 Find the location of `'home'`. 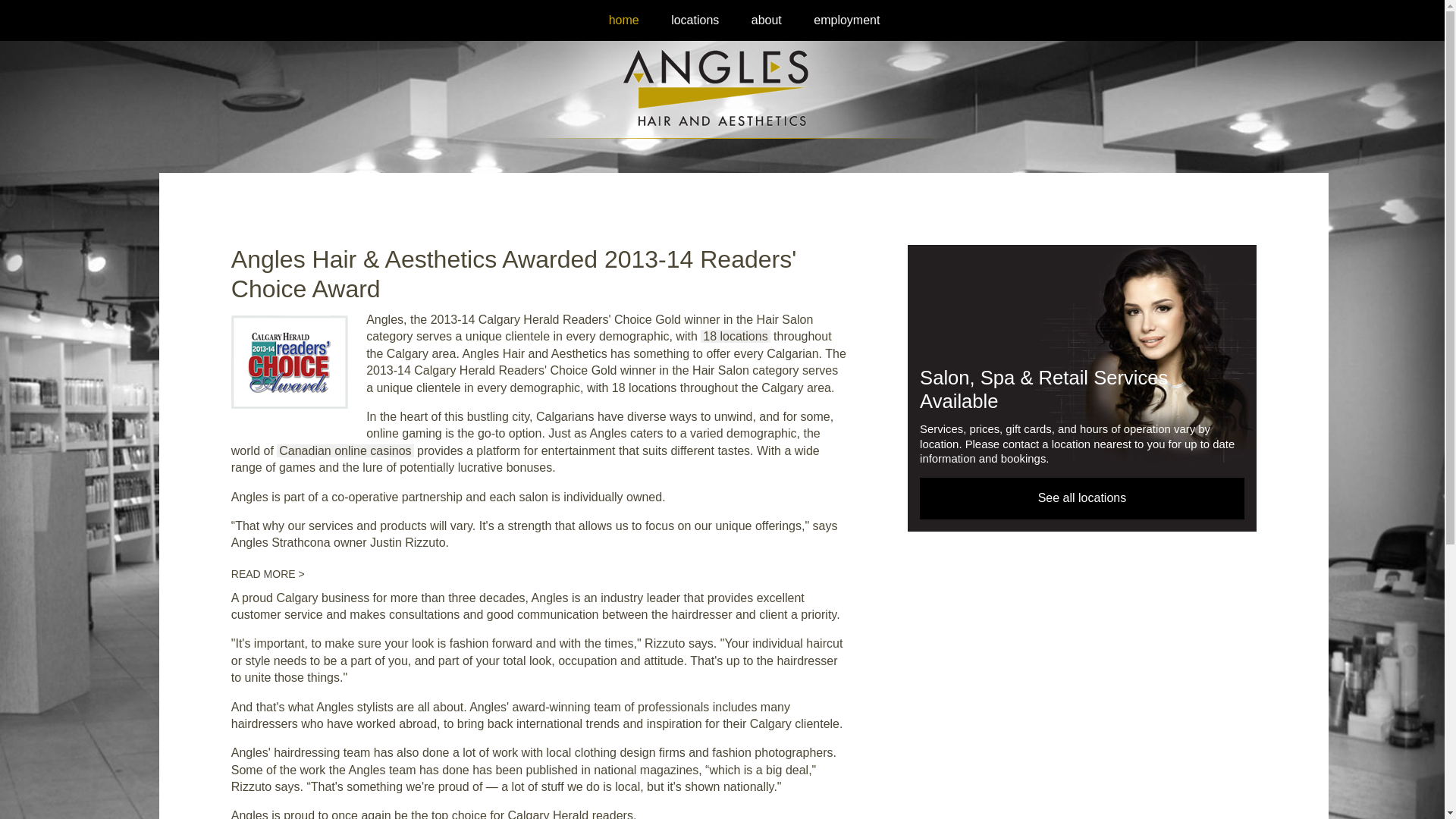

'home' is located at coordinates (623, 20).